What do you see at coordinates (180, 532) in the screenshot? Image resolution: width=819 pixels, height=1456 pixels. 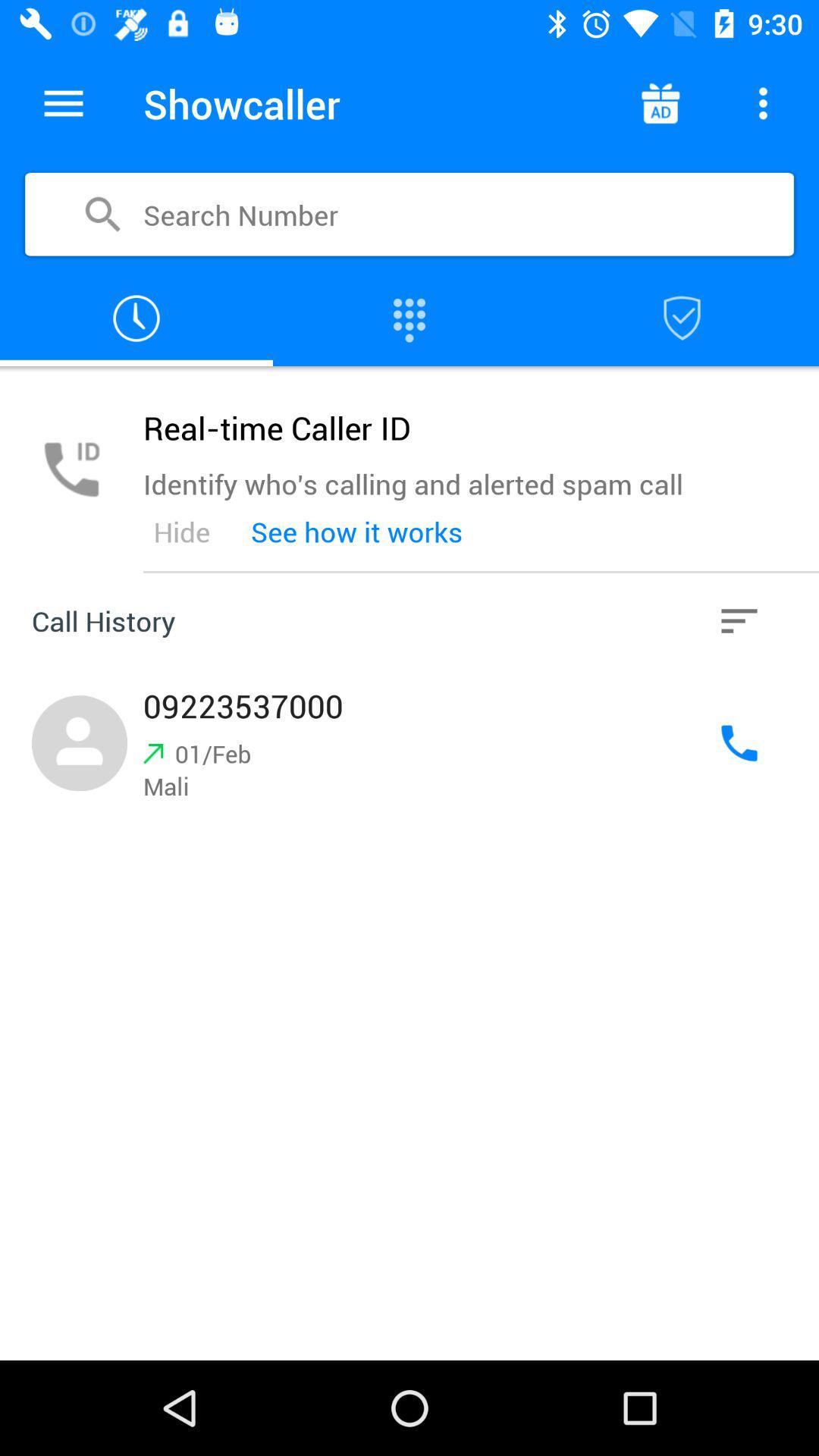 I see `icon below the identify who s icon` at bounding box center [180, 532].